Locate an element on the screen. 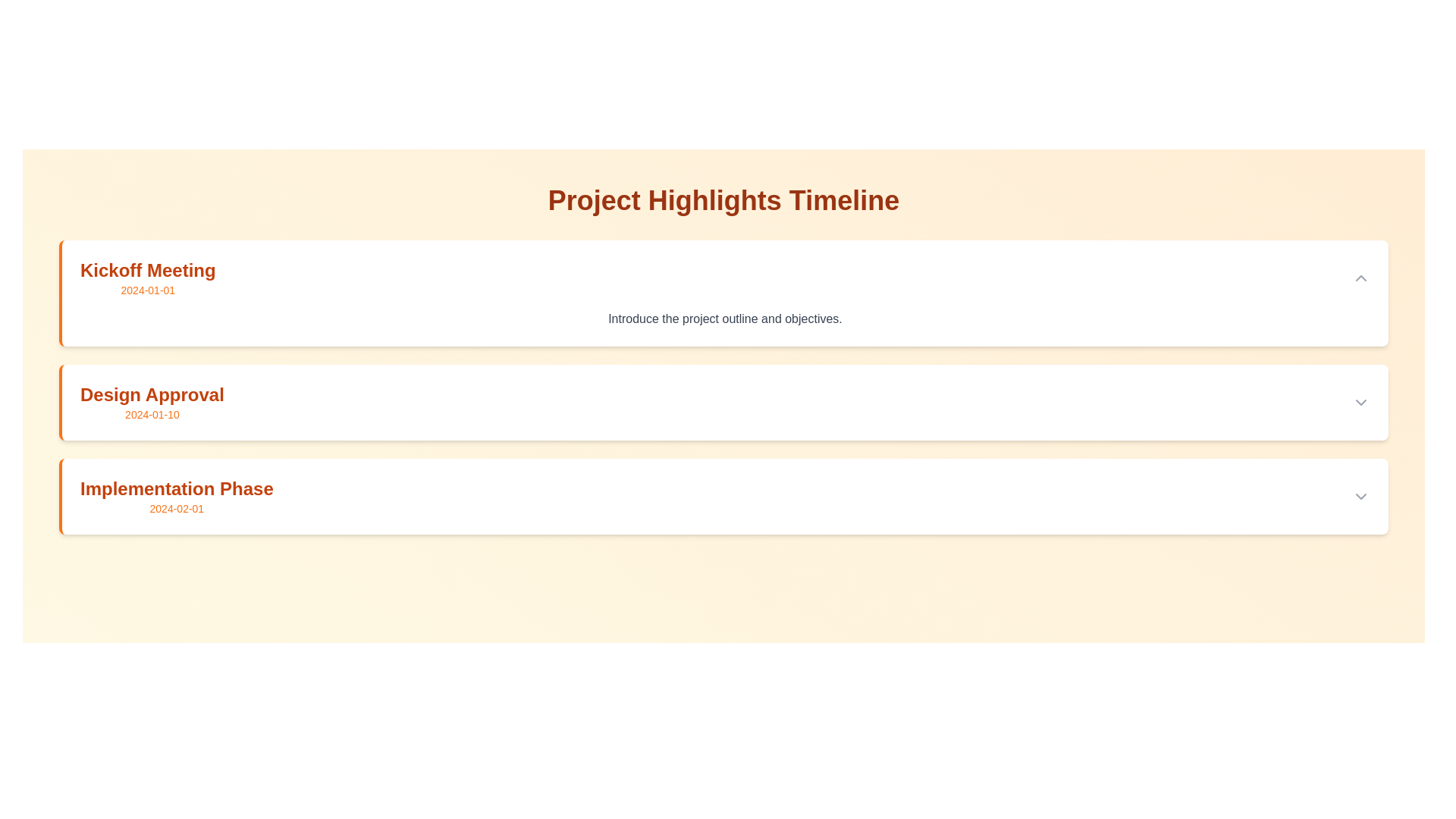 The height and width of the screenshot is (819, 1456). text displayed in the title of the first card, located at the top-left corner of the card, just above the date '2024-01-01' is located at coordinates (148, 270).